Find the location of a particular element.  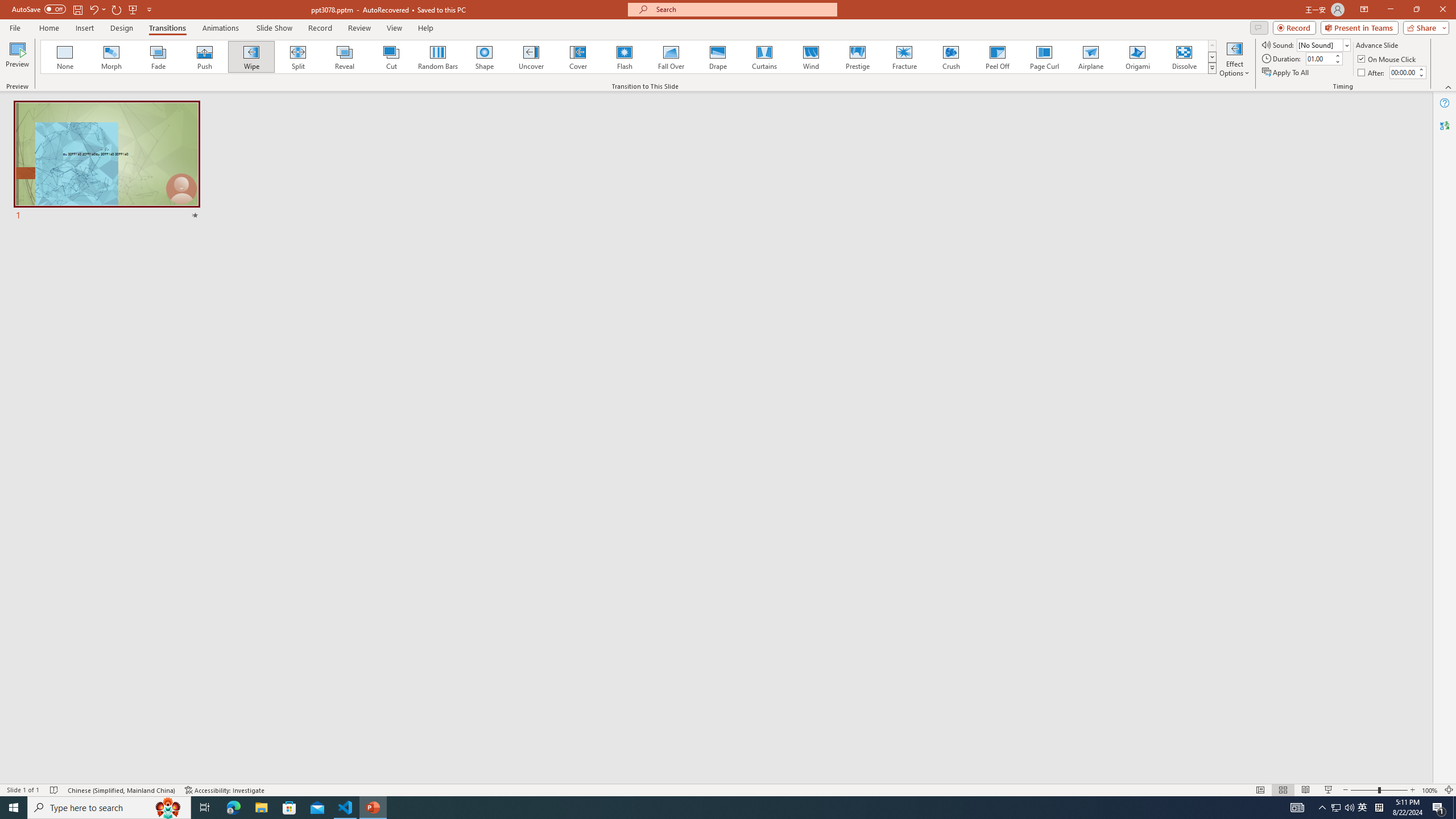

'Prestige' is located at coordinates (857, 56).